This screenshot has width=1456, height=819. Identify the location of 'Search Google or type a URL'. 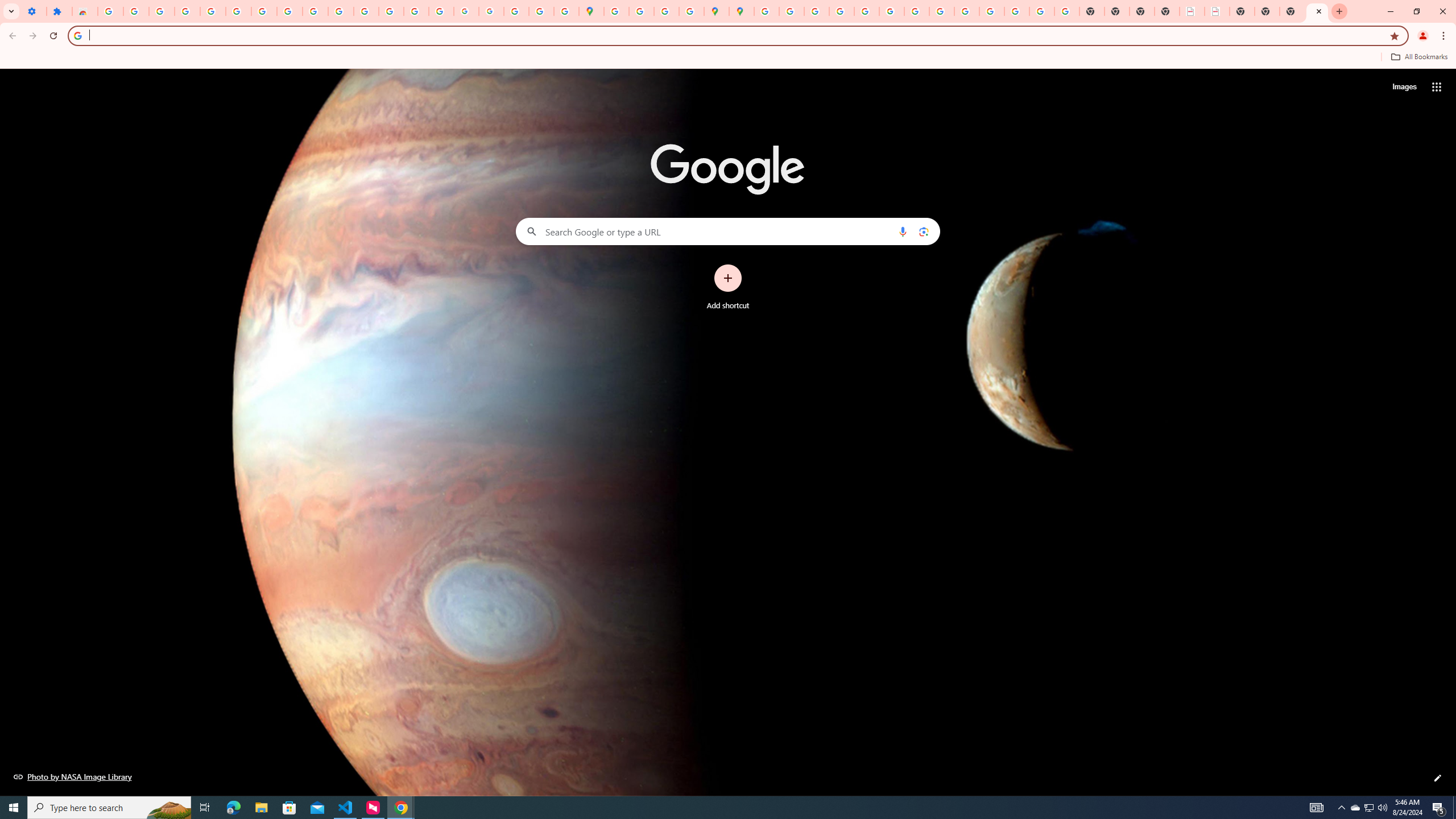
(728, 230).